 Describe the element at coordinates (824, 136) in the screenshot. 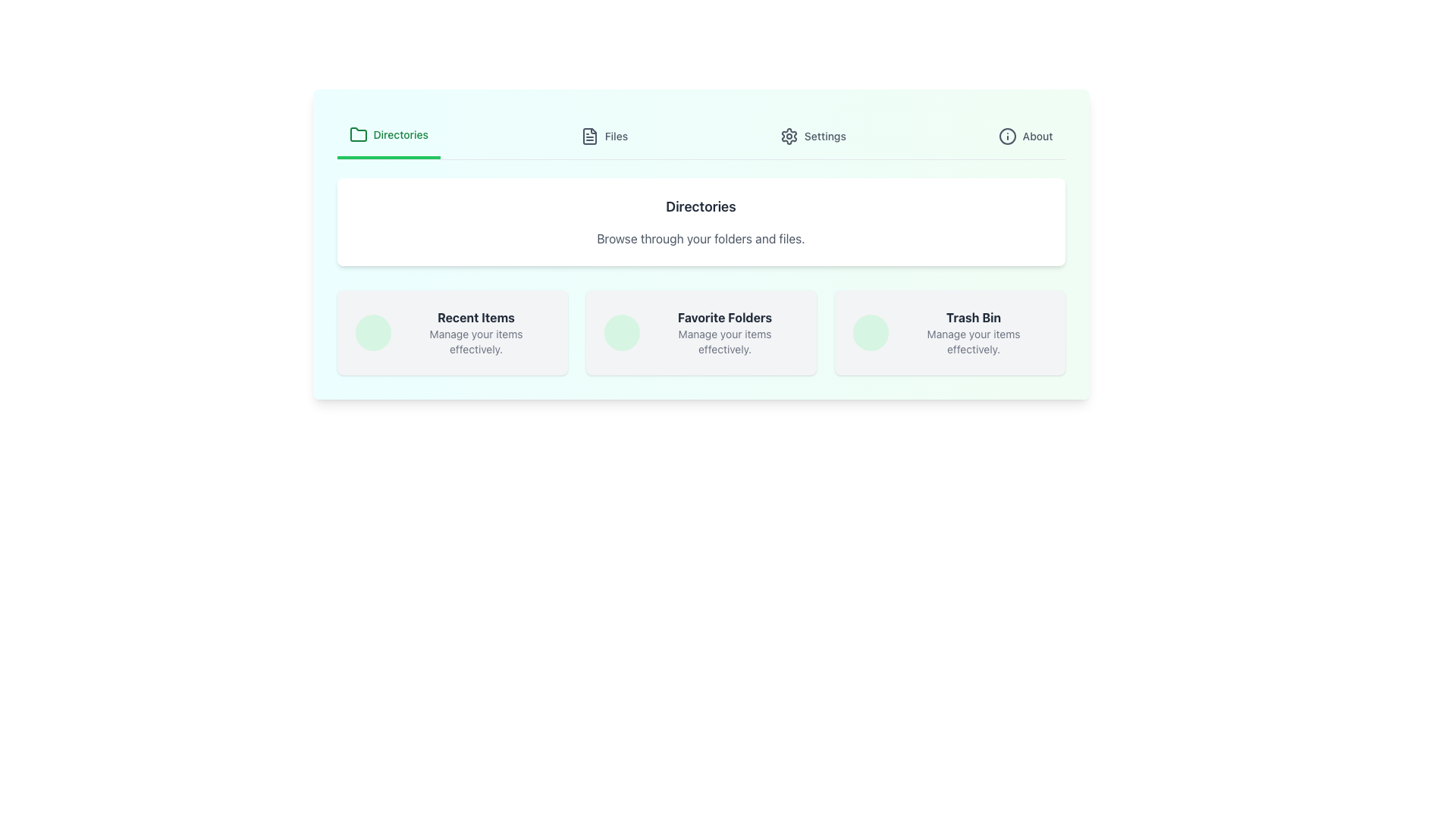

I see `the 'Settings' text label in the navigation bar` at that location.